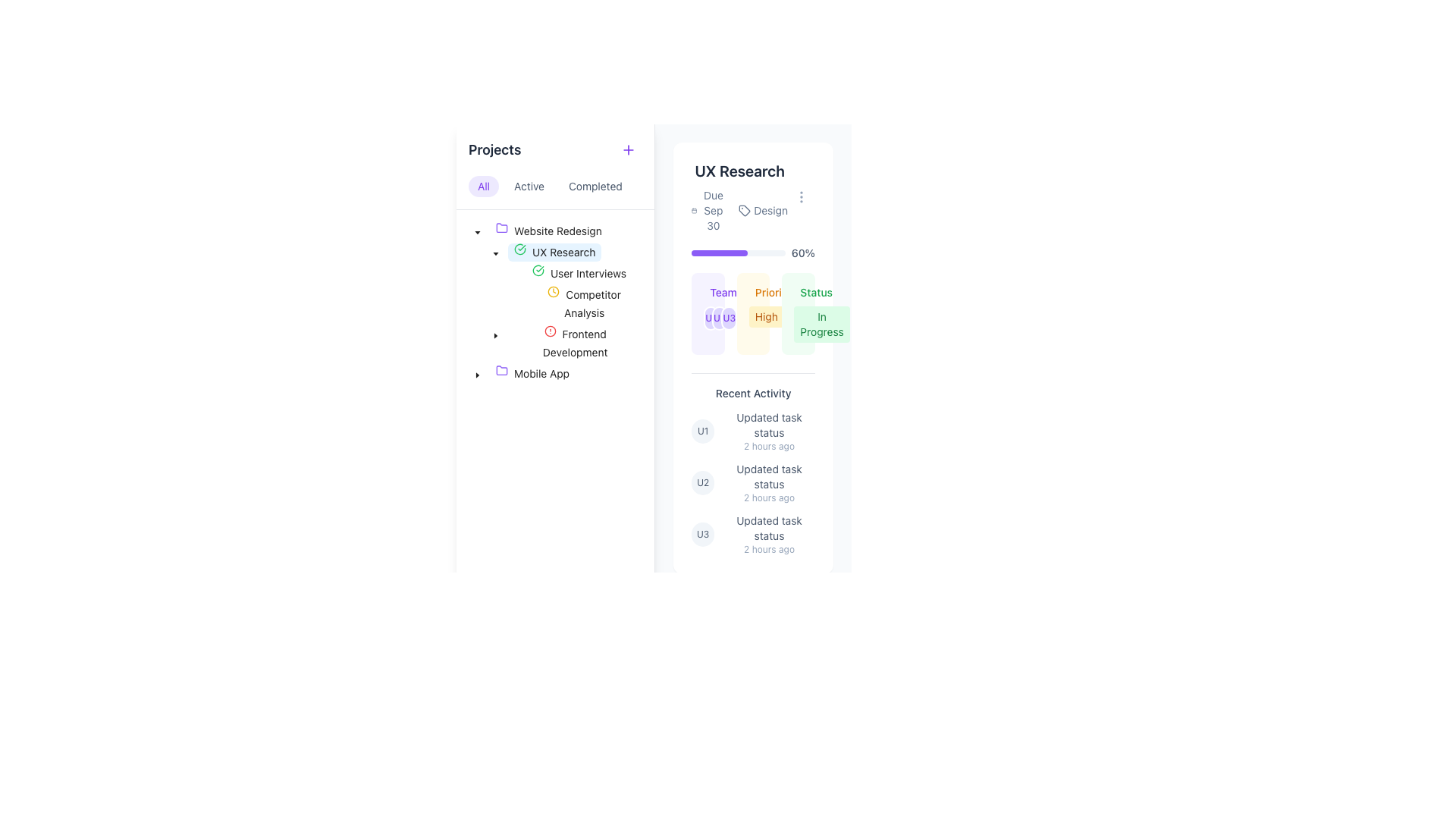 This screenshot has width=1456, height=819. I want to click on the 'task status update' text label in the Recent Activity section of the UX Research panel, which is the first item in the list above the timestamp '2 hours ago', so click(769, 425).